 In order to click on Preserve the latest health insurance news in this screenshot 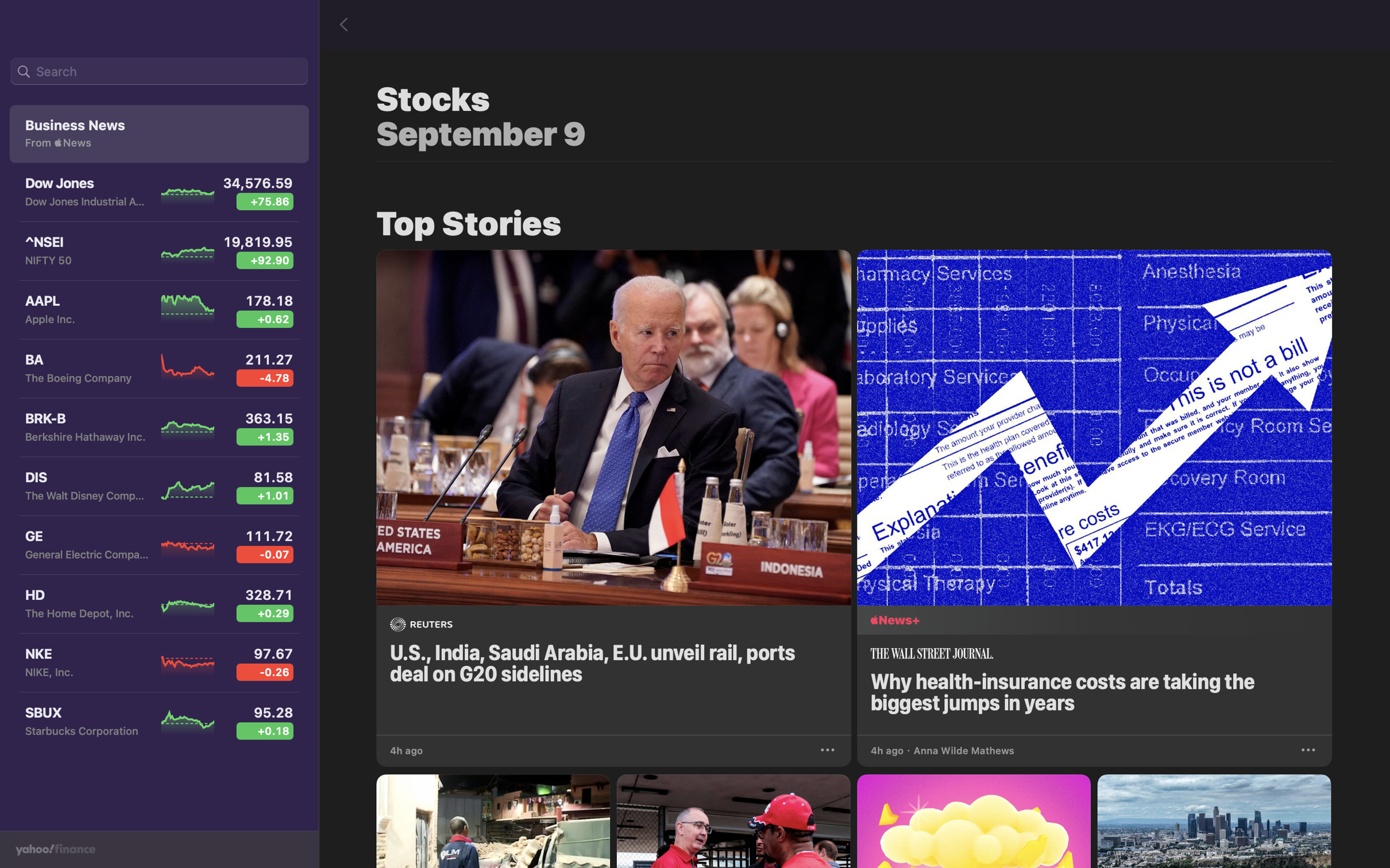, I will do `click(1307, 749)`.